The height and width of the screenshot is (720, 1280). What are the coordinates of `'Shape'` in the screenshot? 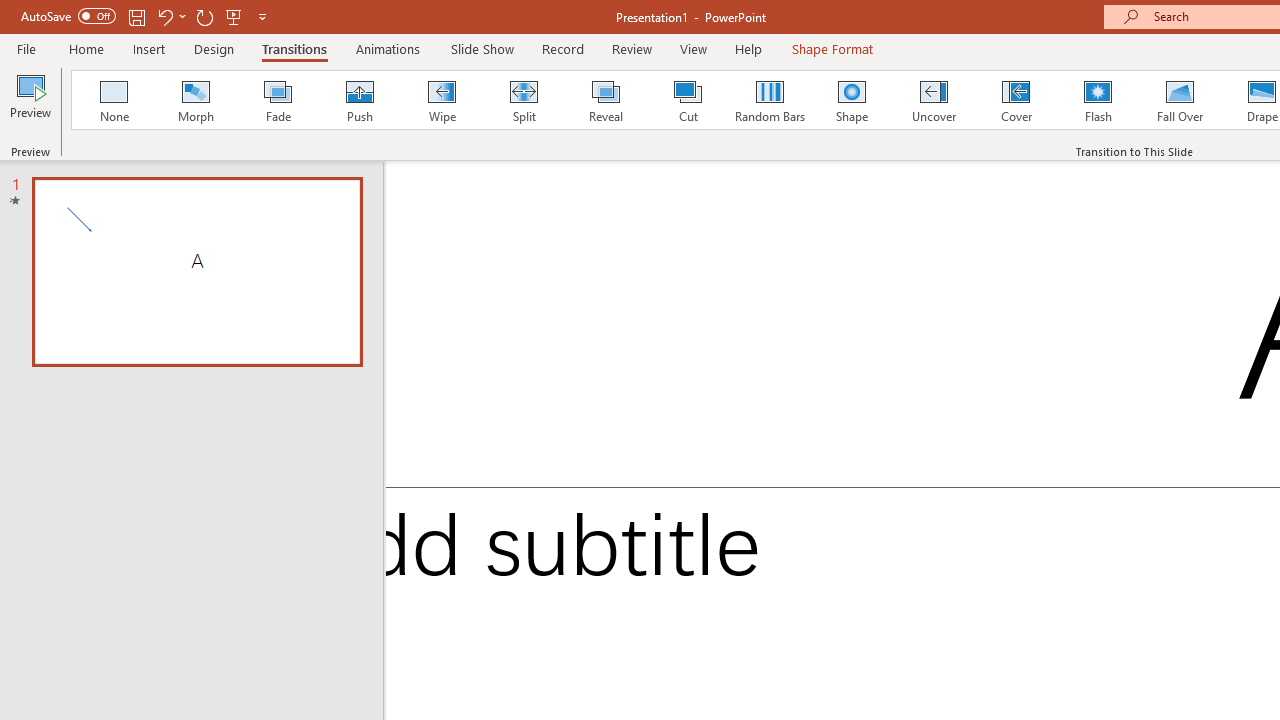 It's located at (852, 100).